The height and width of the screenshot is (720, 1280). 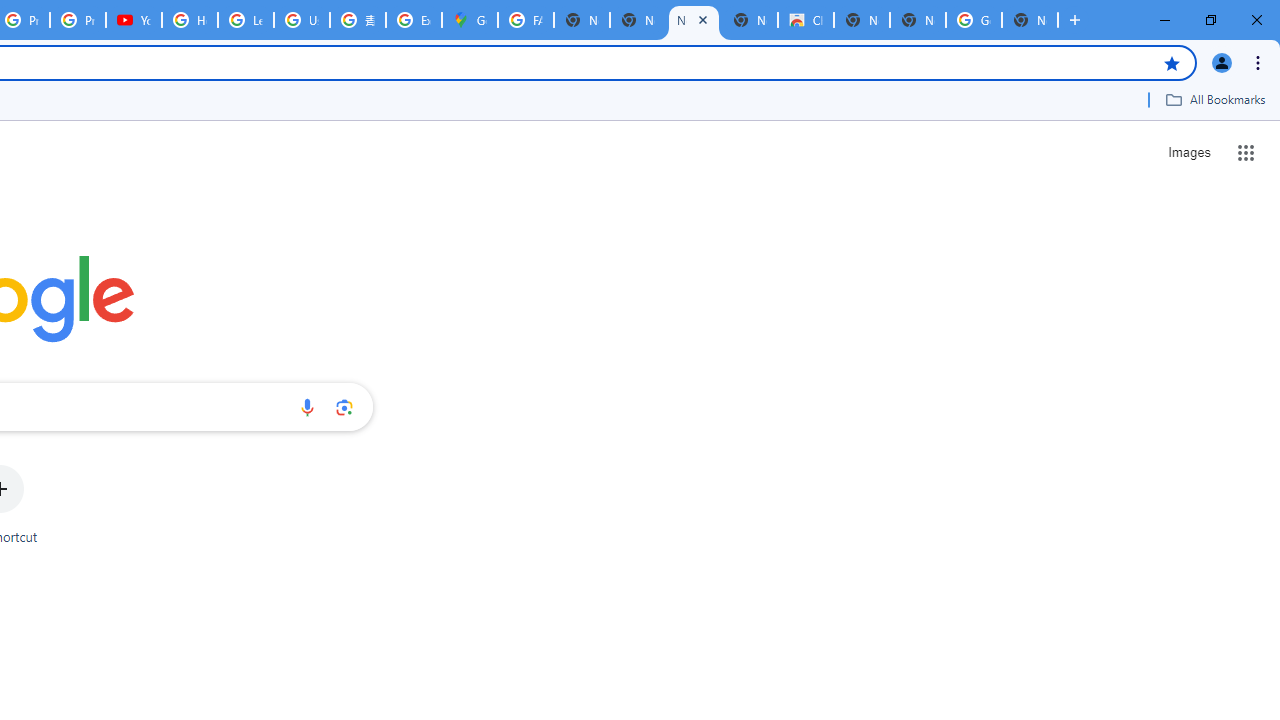 What do you see at coordinates (133, 20) in the screenshot?
I see `'YouTube'` at bounding box center [133, 20].